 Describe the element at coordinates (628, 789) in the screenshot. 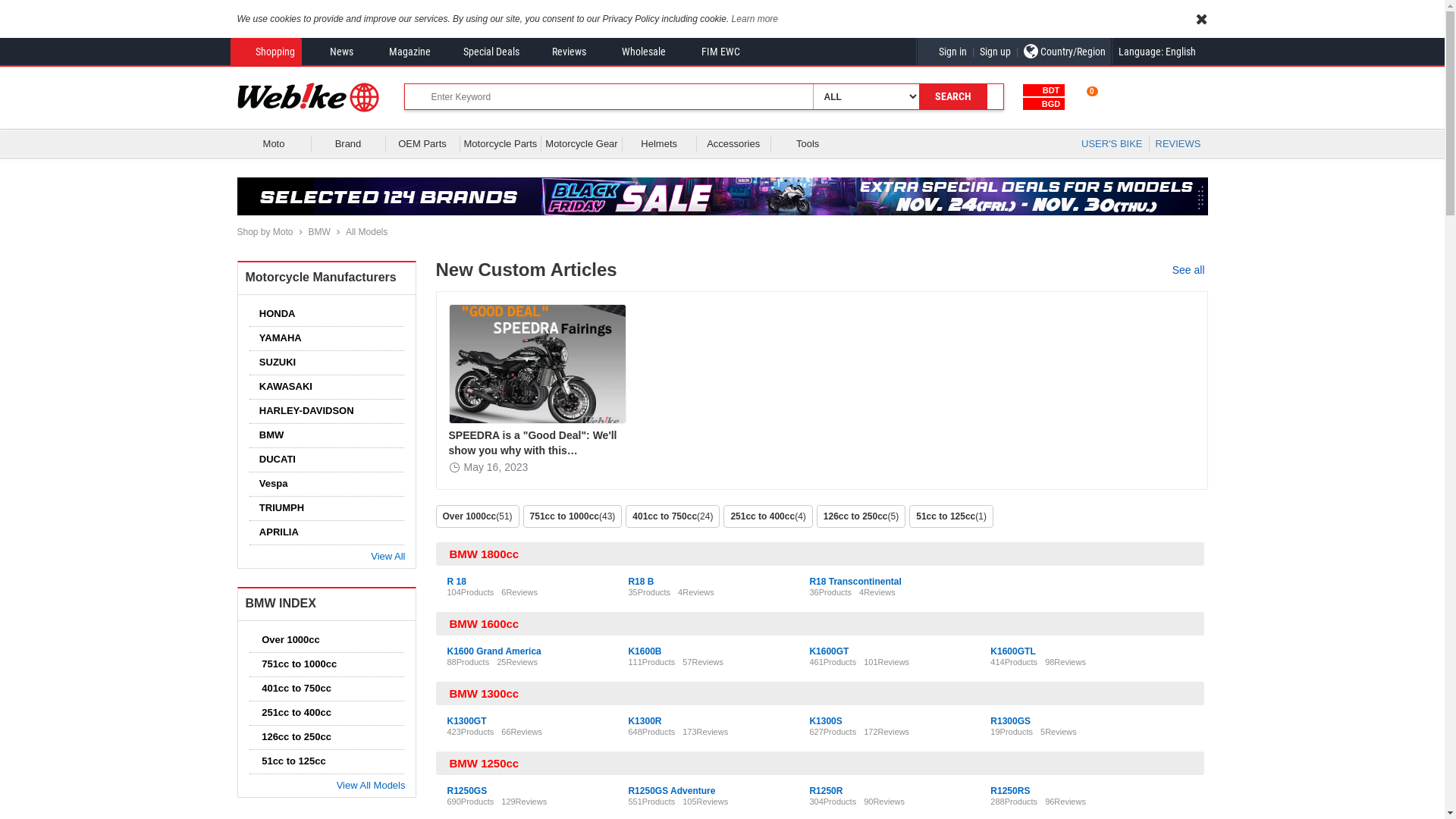

I see `'R1250GS Adventure'` at that location.